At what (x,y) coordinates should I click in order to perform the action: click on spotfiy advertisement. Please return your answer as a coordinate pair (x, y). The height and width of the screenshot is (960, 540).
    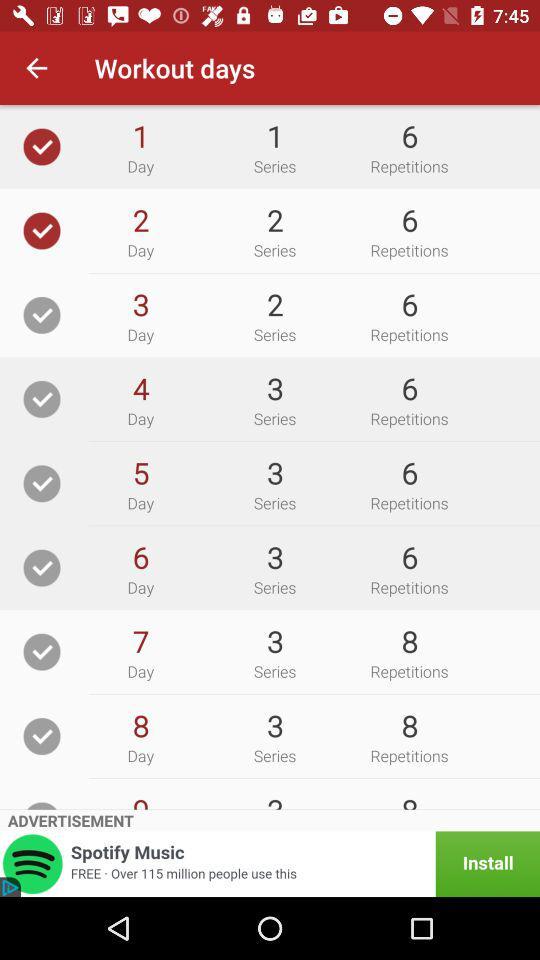
    Looking at the image, I should click on (270, 863).